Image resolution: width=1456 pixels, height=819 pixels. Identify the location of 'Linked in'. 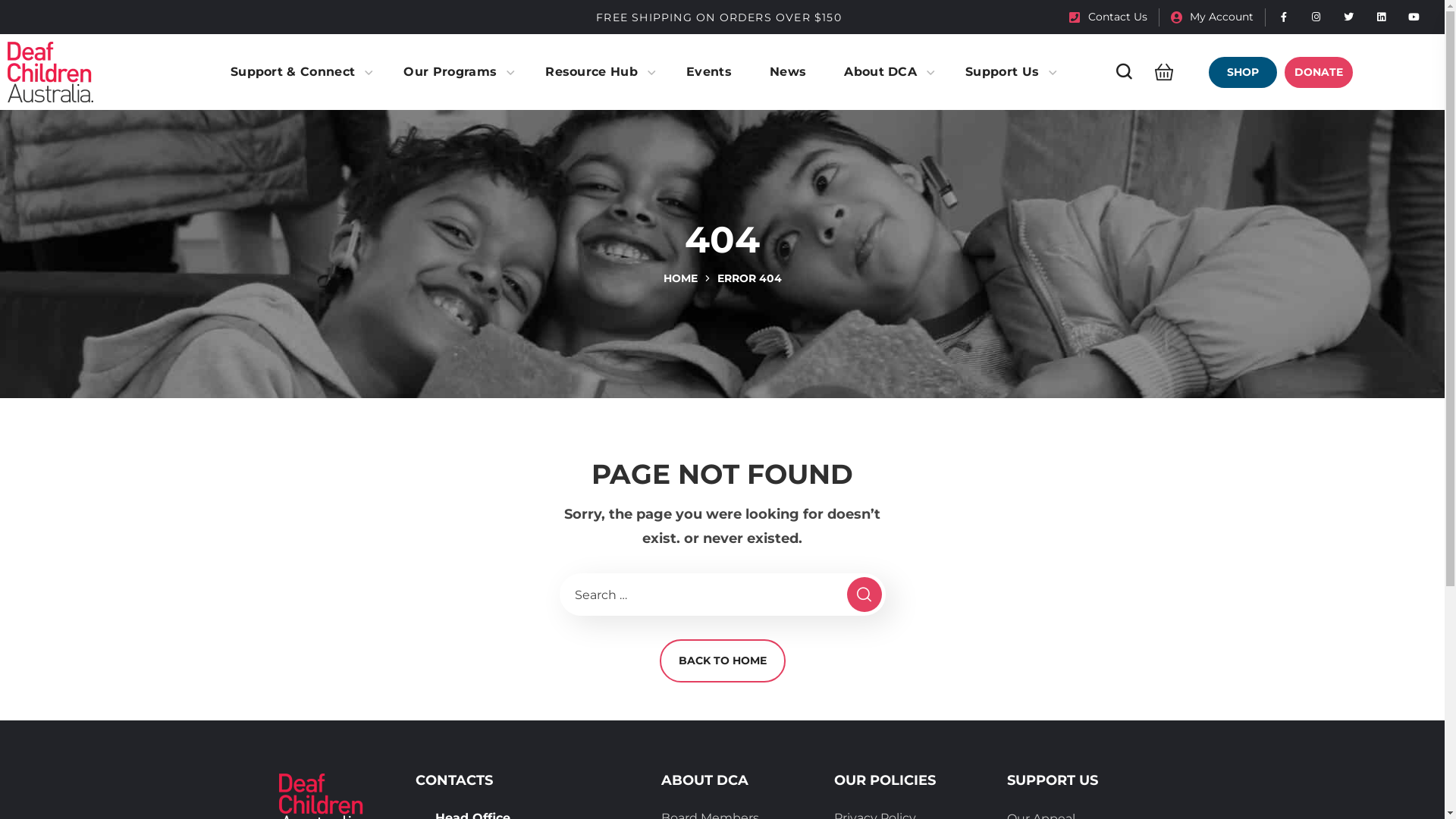
(1382, 17).